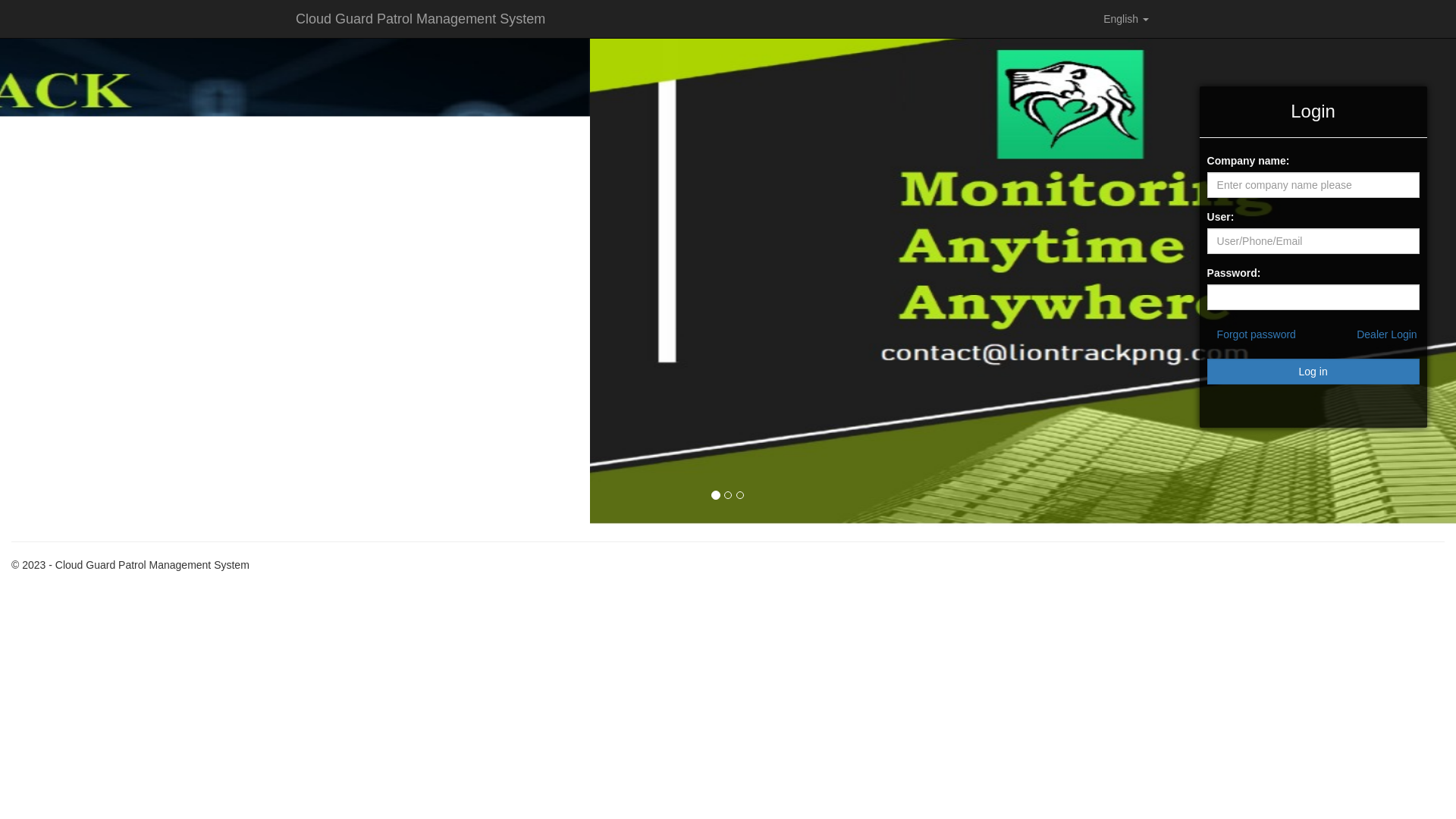 Image resolution: width=1456 pixels, height=819 pixels. What do you see at coordinates (1386, 333) in the screenshot?
I see `'Dealer Login'` at bounding box center [1386, 333].